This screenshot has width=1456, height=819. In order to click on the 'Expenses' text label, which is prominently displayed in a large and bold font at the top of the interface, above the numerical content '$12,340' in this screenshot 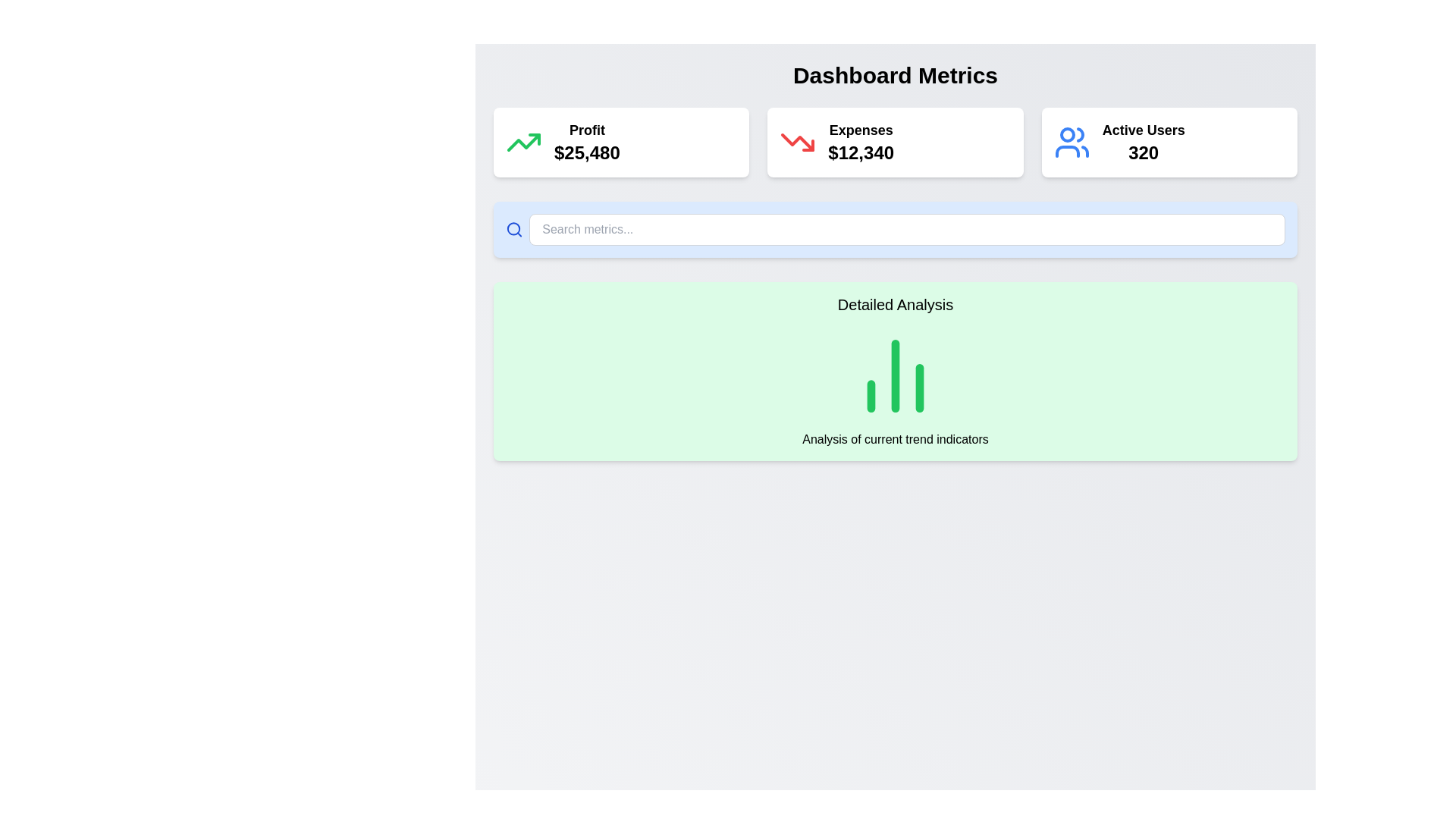, I will do `click(861, 130)`.